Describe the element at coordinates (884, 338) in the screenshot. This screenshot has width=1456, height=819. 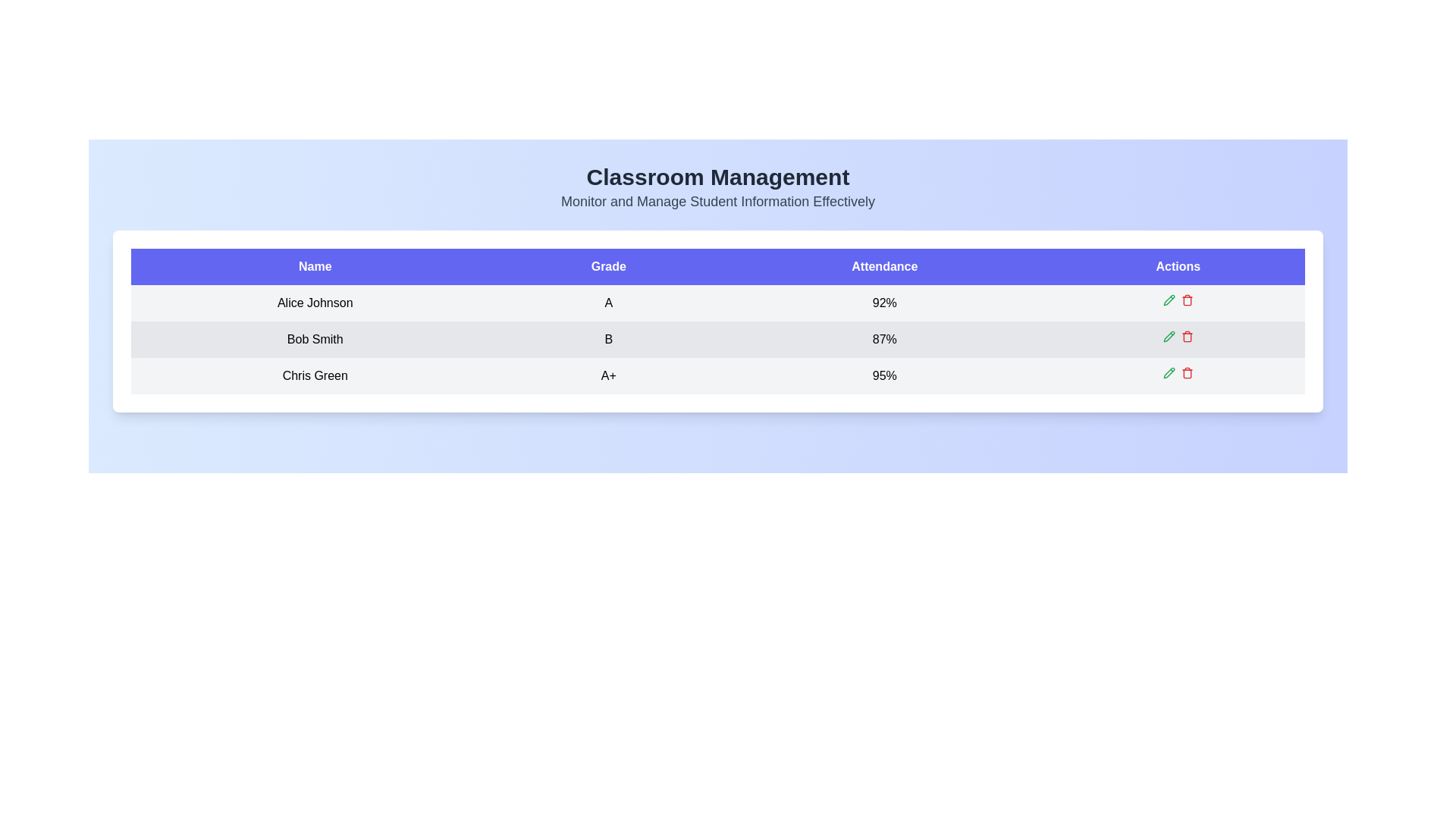
I see `the text label displaying '87%' located under the 'Attendance' column in the second row associated with 'Bob Smith'` at that location.